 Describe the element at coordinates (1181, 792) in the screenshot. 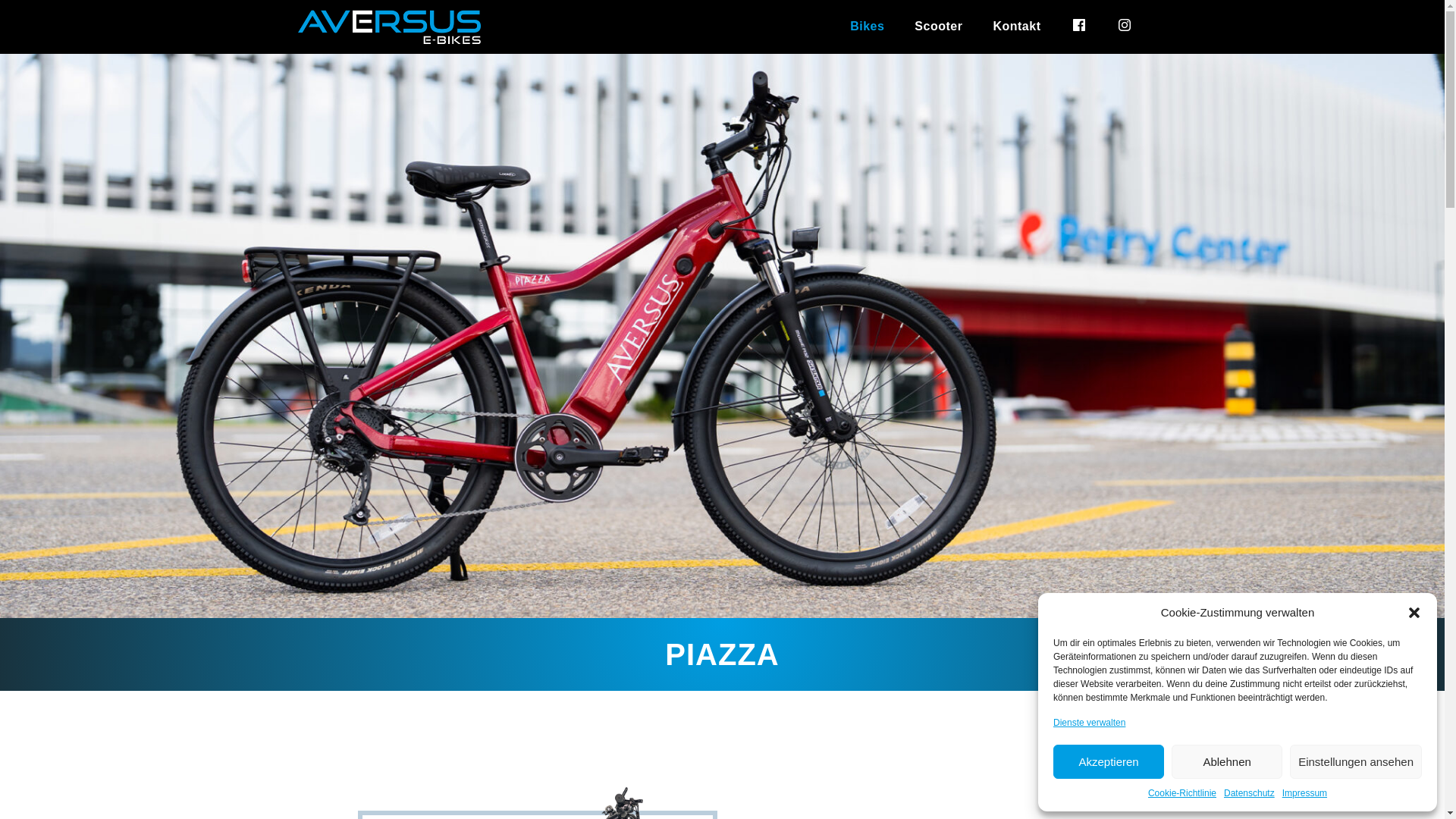

I see `'Cookie-Richtlinie'` at that location.